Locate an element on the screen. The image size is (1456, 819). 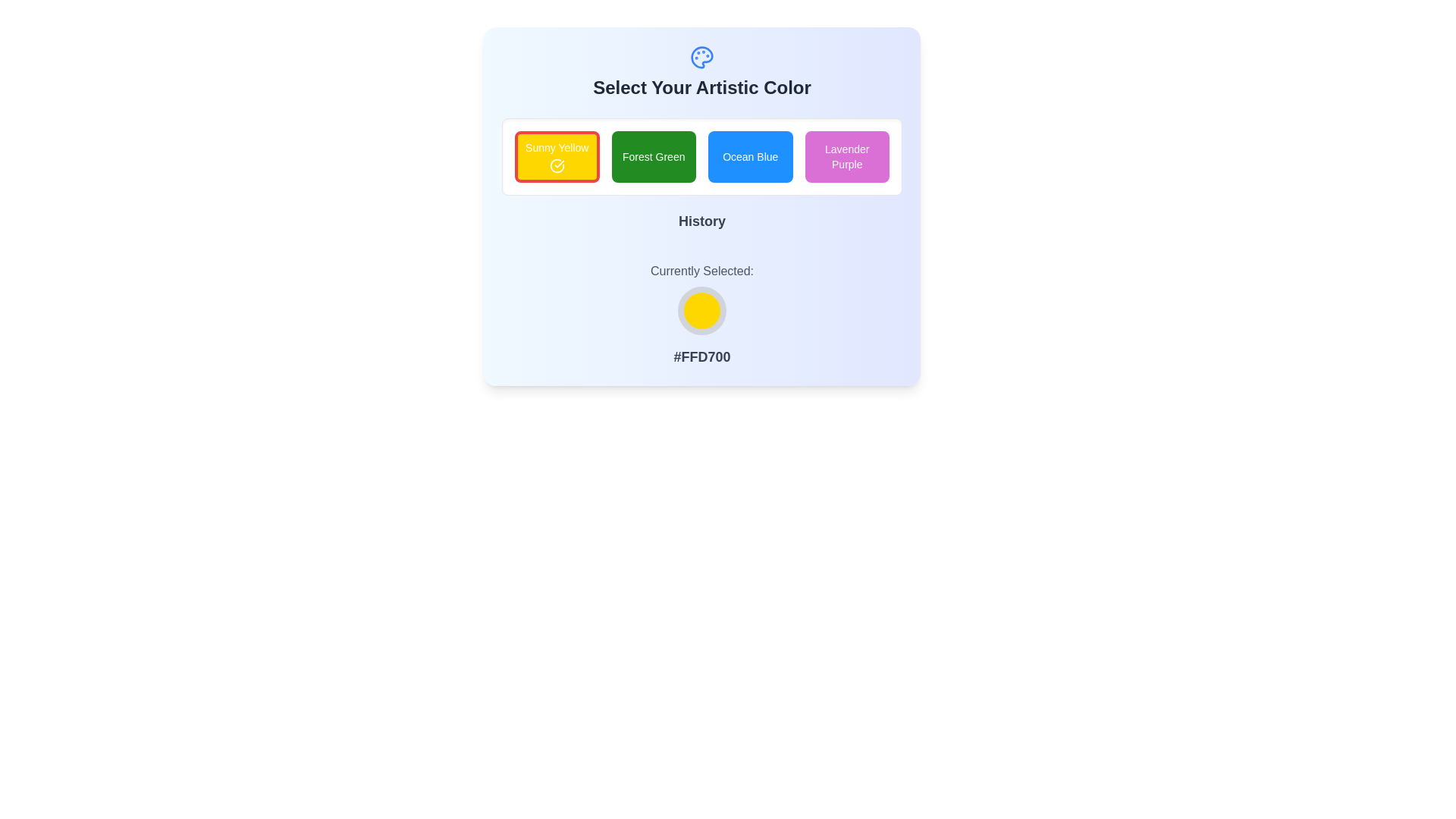
the 'Ocean Blue' color selection button, which is the third button in a row of four options is located at coordinates (750, 157).